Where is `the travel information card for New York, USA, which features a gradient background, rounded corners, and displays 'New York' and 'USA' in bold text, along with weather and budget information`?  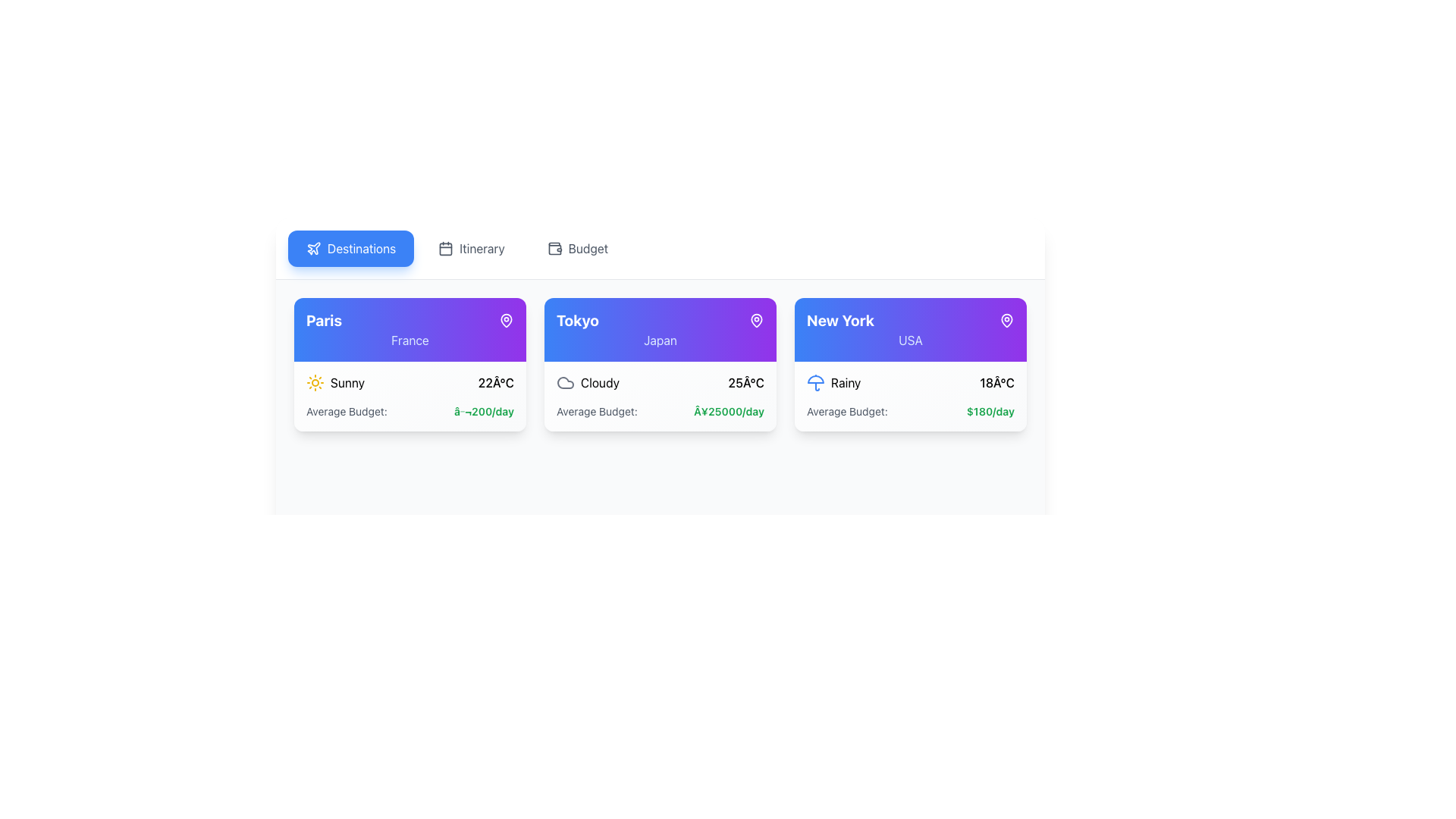
the travel information card for New York, USA, which features a gradient background, rounded corners, and displays 'New York' and 'USA' in bold text, along with weather and budget information is located at coordinates (910, 365).